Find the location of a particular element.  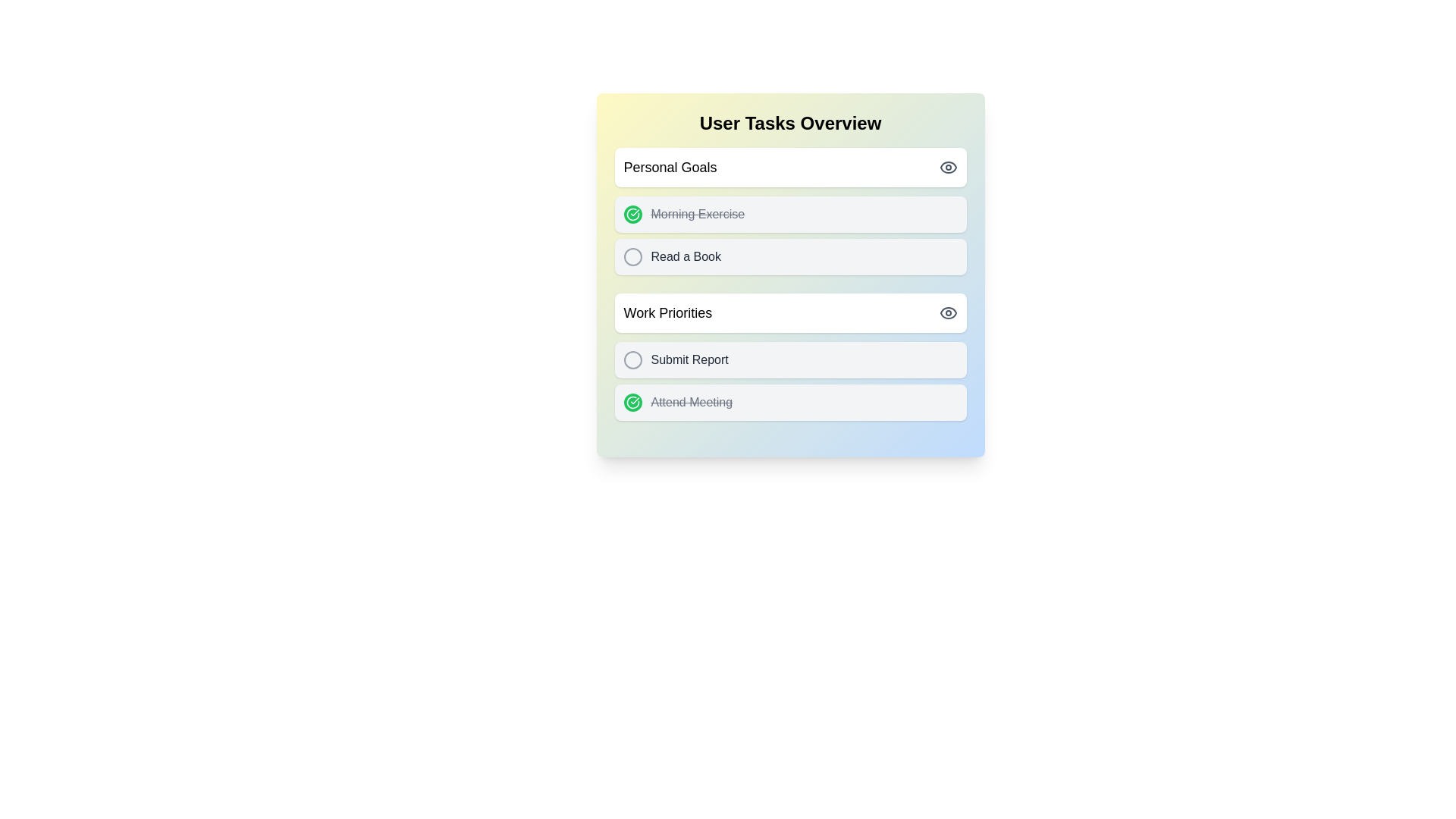

the Text Label representing a completed task in the 'Work Priorities' section, which is styled with strikethrough text and is located to the right of a green check icon is located at coordinates (691, 402).